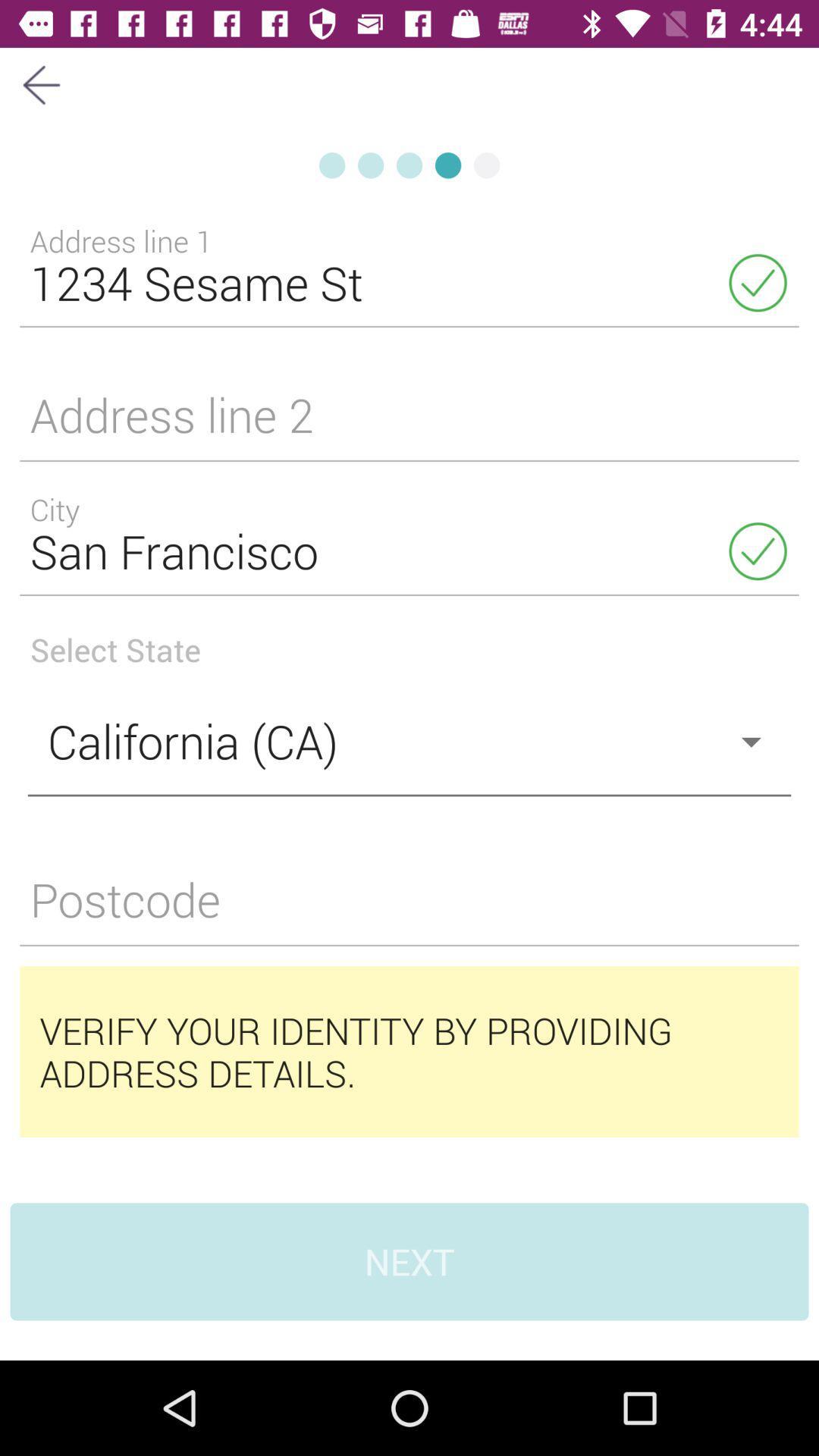  What do you see at coordinates (409, 908) in the screenshot?
I see `your postcode` at bounding box center [409, 908].